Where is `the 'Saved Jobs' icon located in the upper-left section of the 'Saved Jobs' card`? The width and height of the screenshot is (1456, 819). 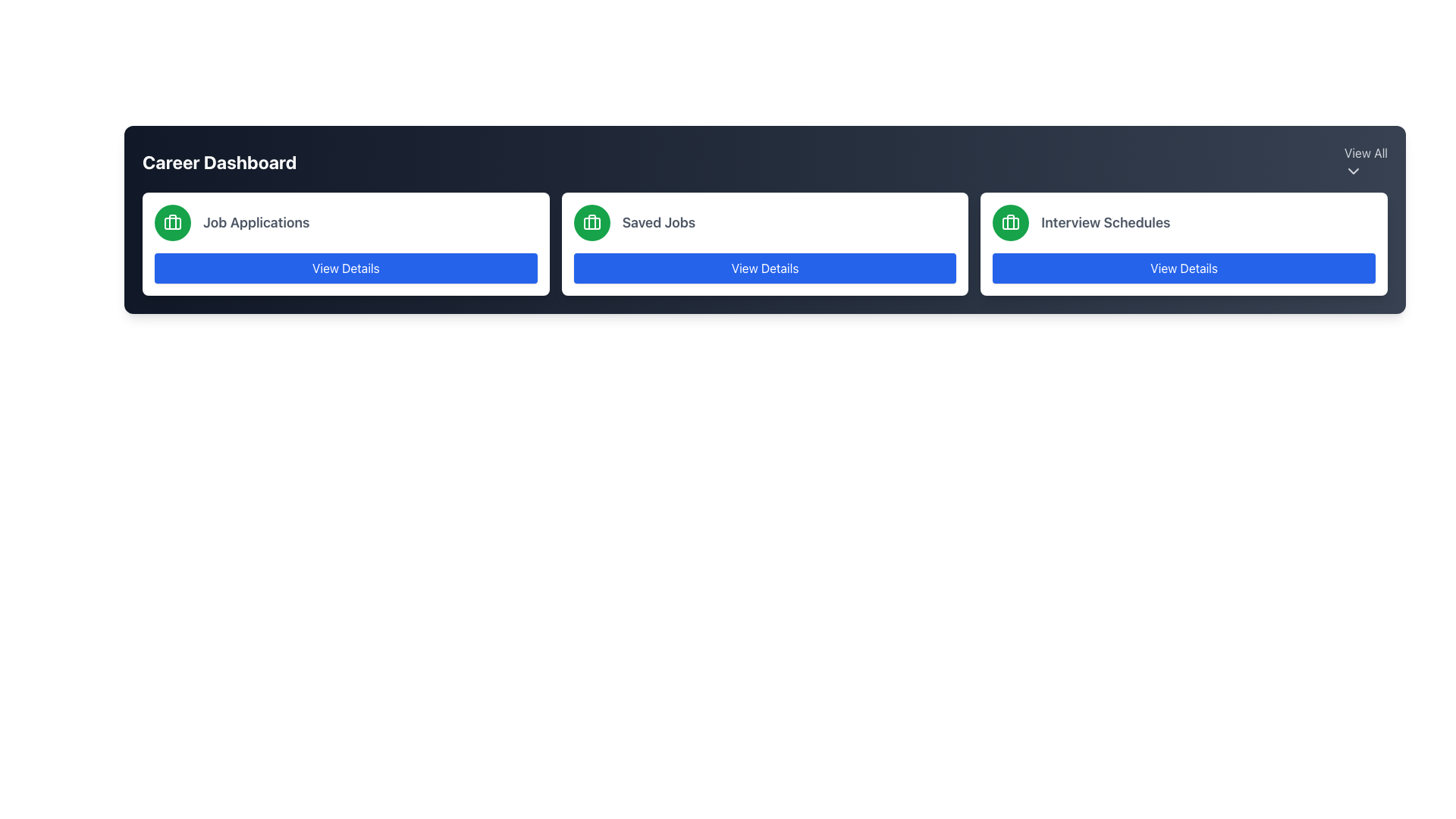 the 'Saved Jobs' icon located in the upper-left section of the 'Saved Jobs' card is located at coordinates (591, 222).